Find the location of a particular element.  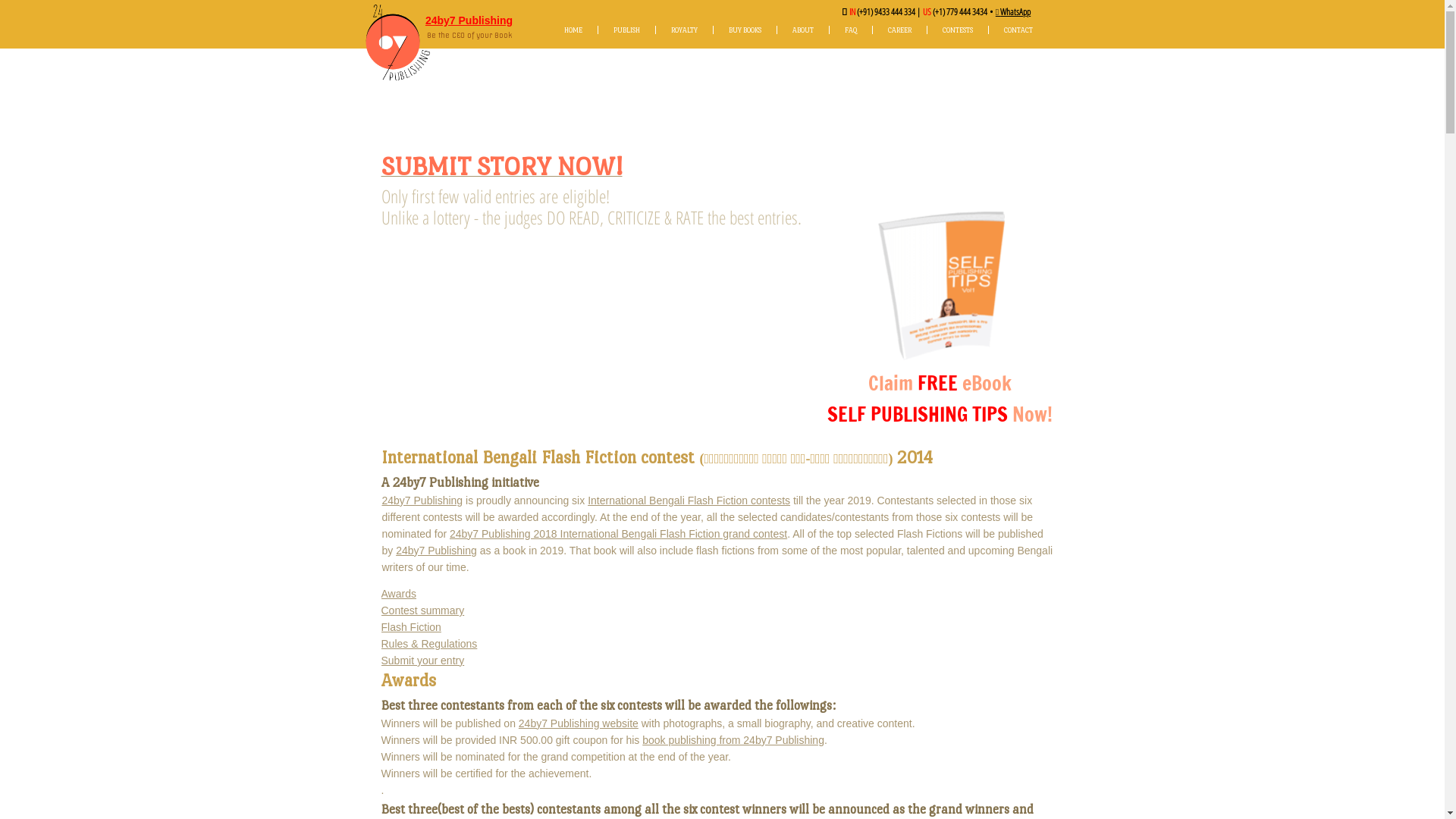

'CONTESTS' is located at coordinates (926, 30).